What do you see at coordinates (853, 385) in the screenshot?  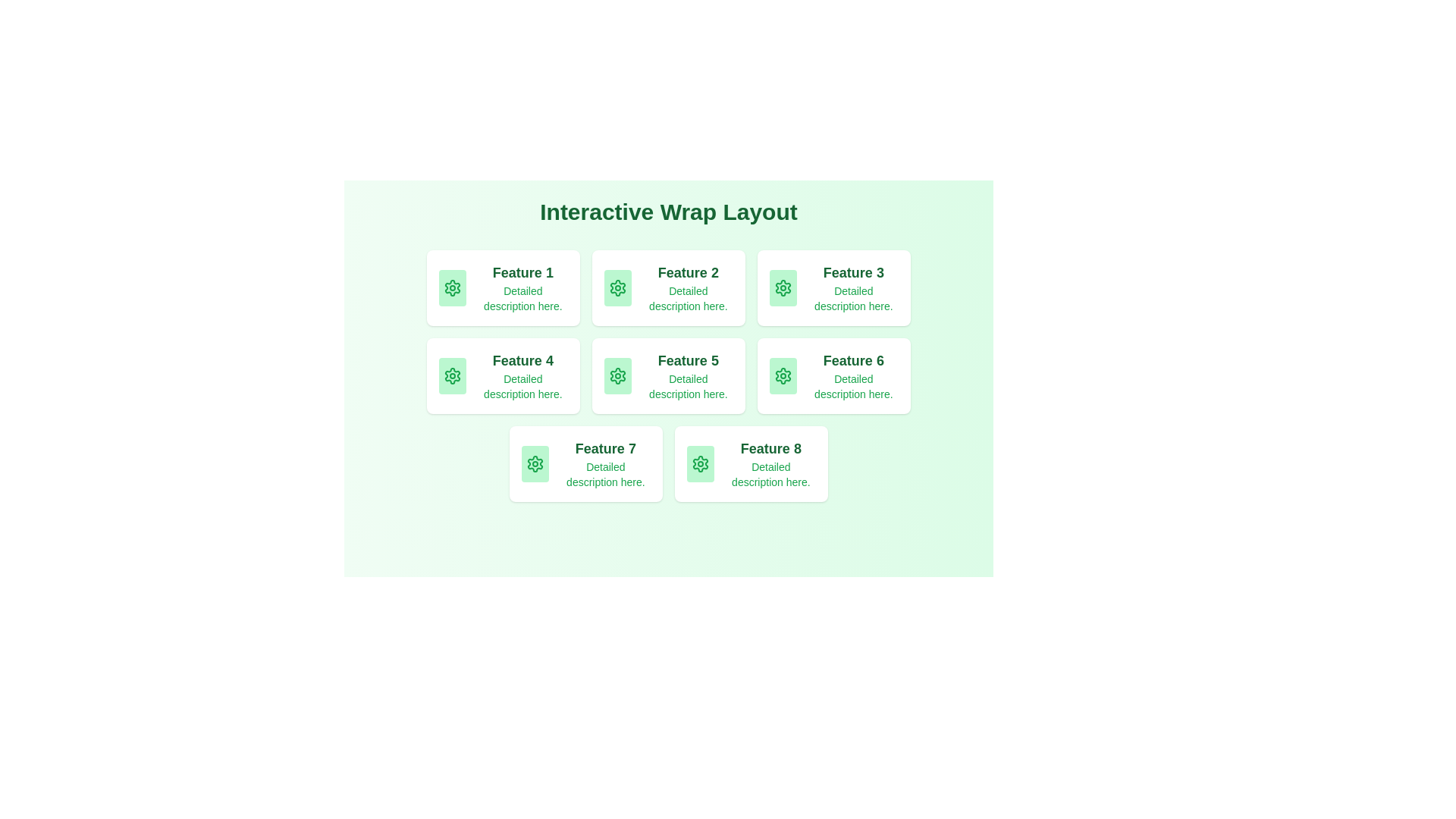 I see `the text that provides additional details about 'Feature 6', which is centrally located in the last column of the second row of a 3x3 grid layout` at bounding box center [853, 385].